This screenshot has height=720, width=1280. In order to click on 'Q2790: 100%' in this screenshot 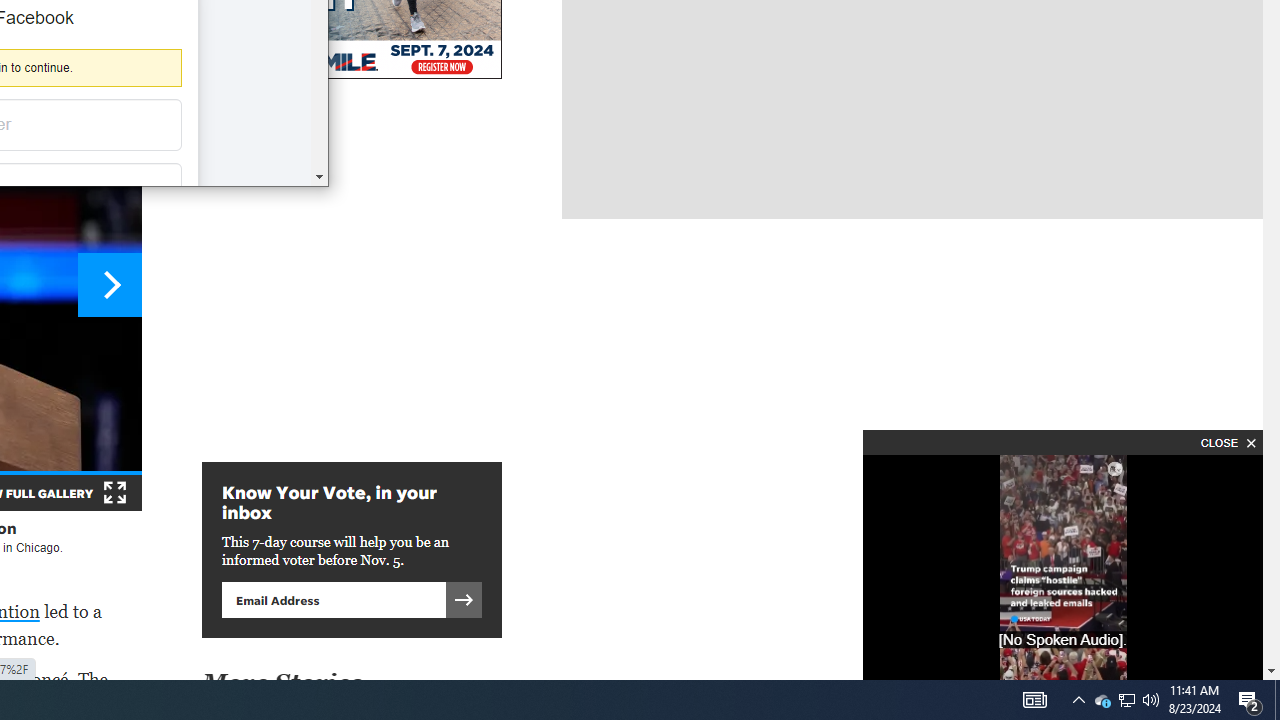, I will do `click(1151, 698)`.